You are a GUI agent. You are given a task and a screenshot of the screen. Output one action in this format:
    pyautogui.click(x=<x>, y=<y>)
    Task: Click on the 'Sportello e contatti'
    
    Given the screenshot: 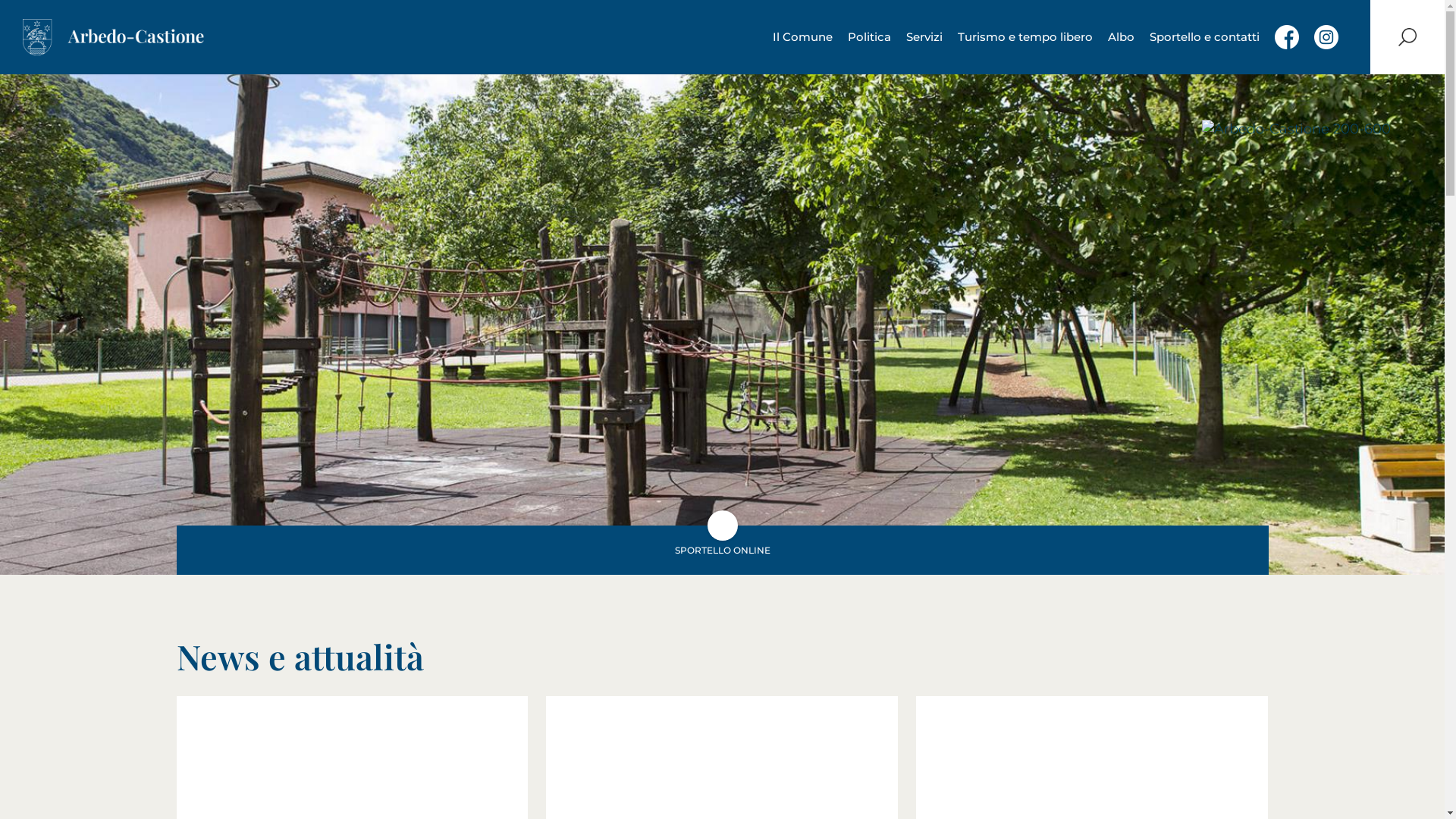 What is the action you would take?
    pyautogui.click(x=1203, y=36)
    